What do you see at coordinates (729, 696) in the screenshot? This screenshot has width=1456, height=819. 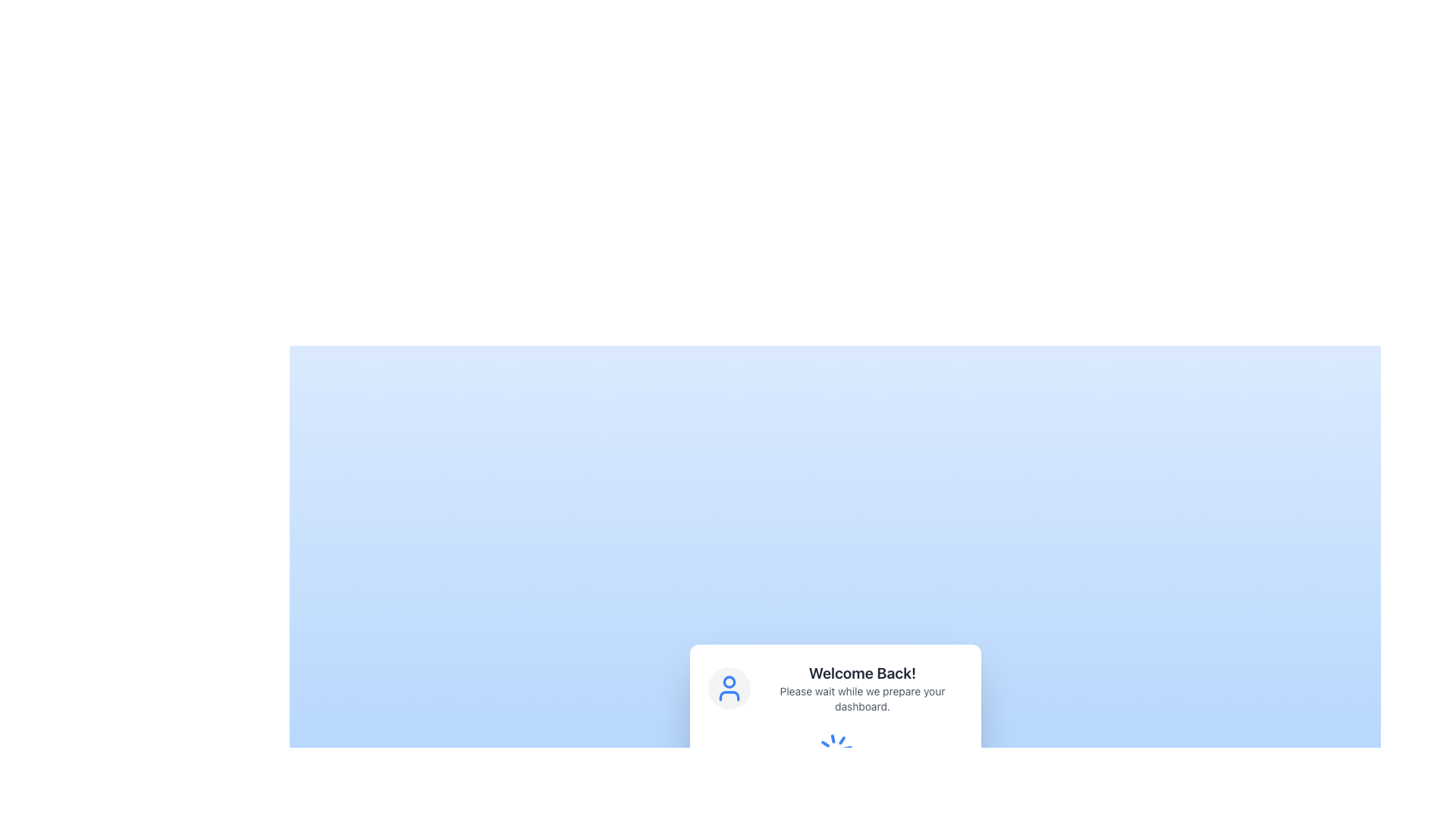 I see `the lower torso segment of the avatar icon located at the bottom center of the interface, below the circular head` at bounding box center [729, 696].